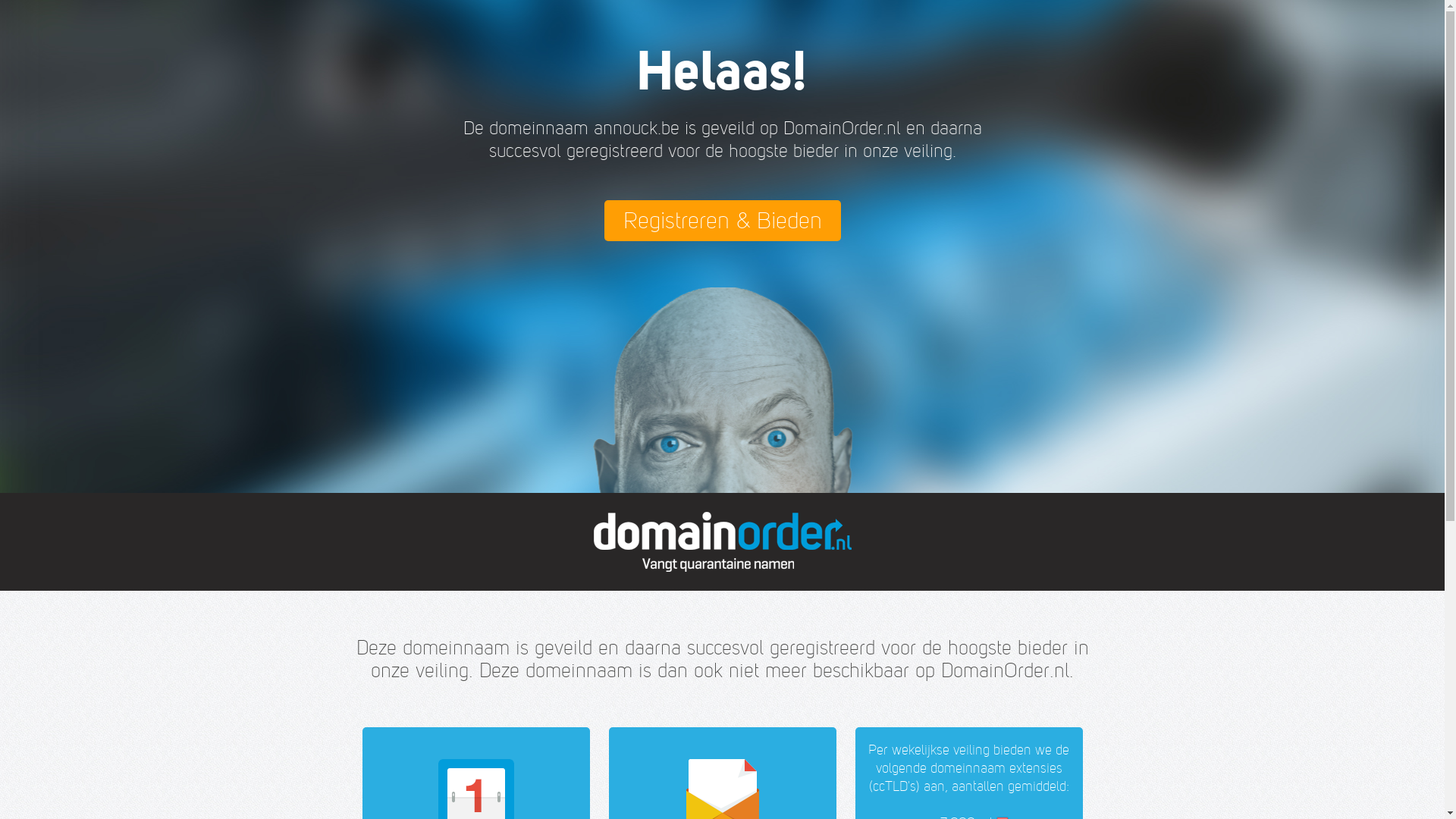  What do you see at coordinates (720, 220) in the screenshot?
I see `'Registreren & Bieden'` at bounding box center [720, 220].